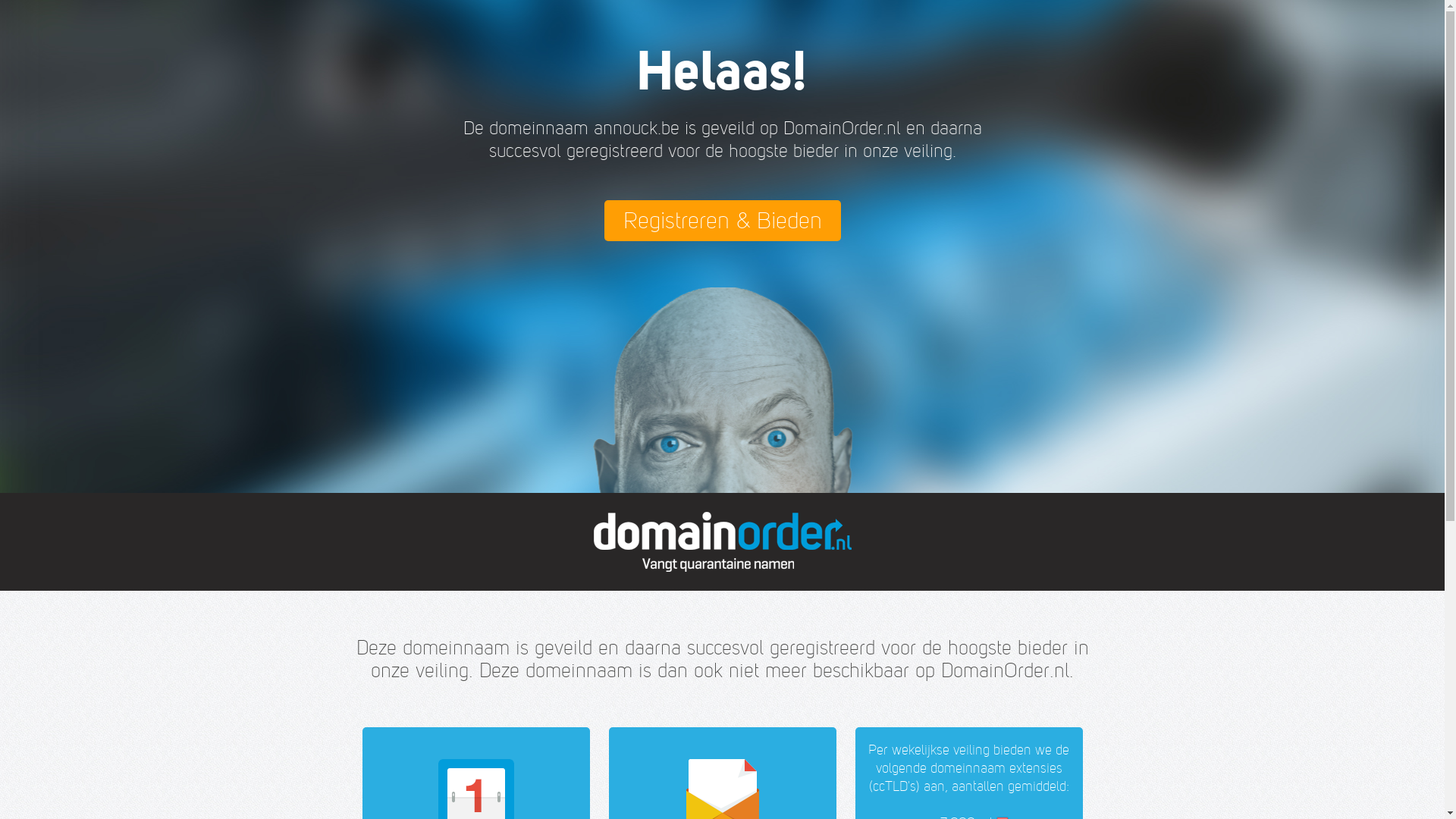  What do you see at coordinates (720, 220) in the screenshot?
I see `'Registreren & Bieden'` at bounding box center [720, 220].